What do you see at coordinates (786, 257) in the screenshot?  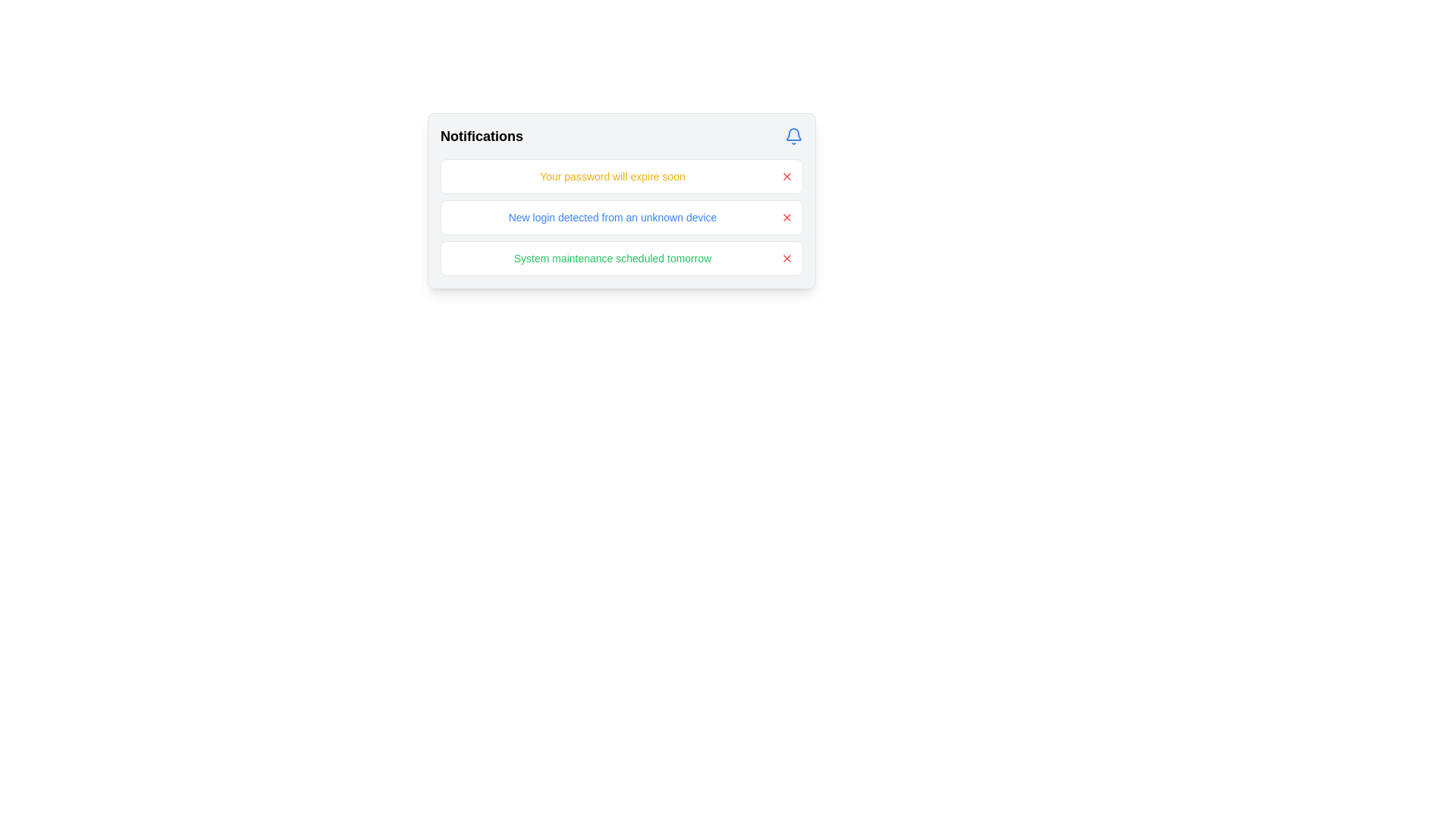 I see `the dismiss button located within the notification box that displays 'System maintenance scheduled tomorrow' to change its icon color` at bounding box center [786, 257].